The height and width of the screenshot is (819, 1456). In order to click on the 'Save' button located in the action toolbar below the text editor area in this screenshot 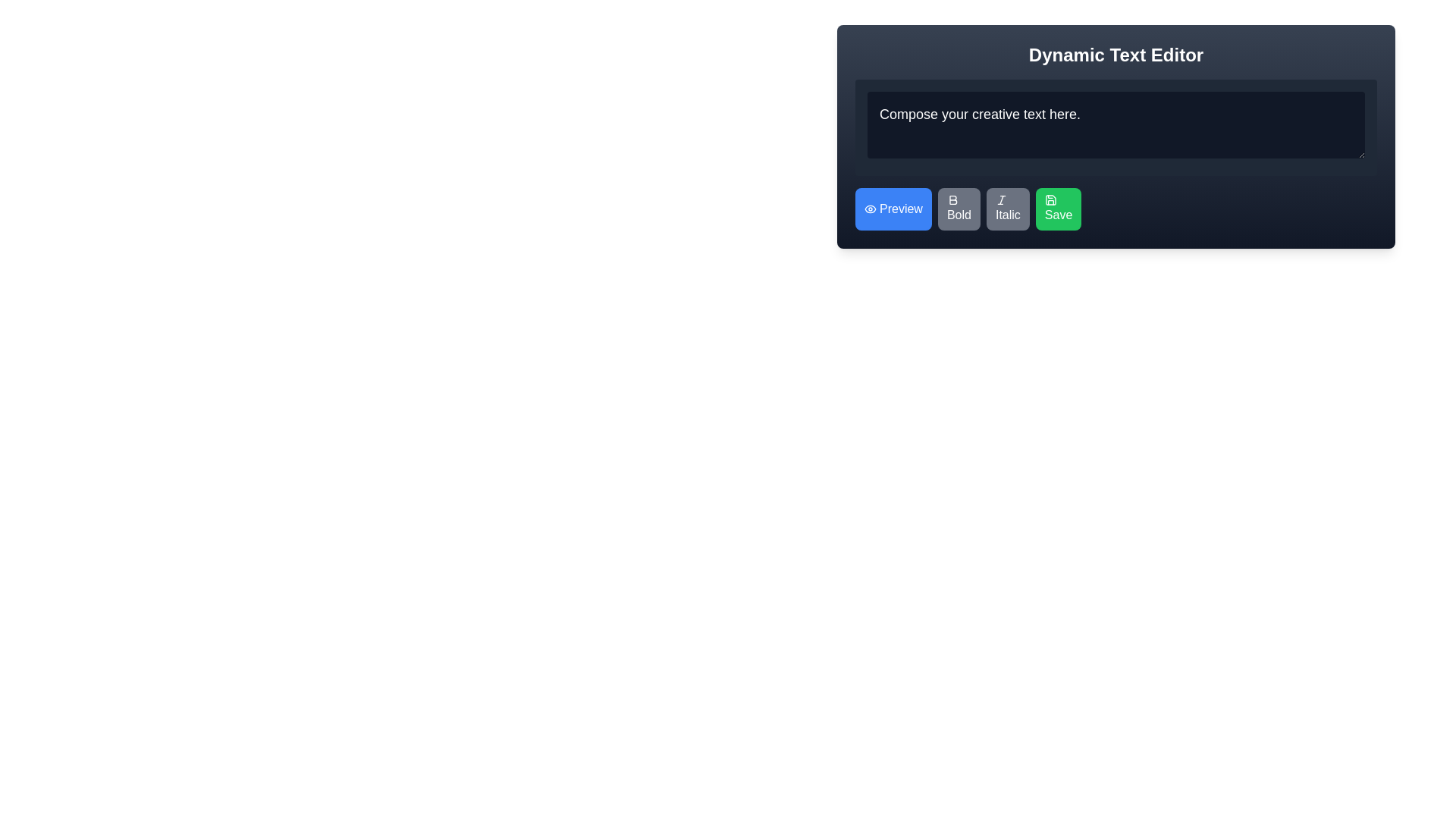, I will do `click(1050, 199)`.